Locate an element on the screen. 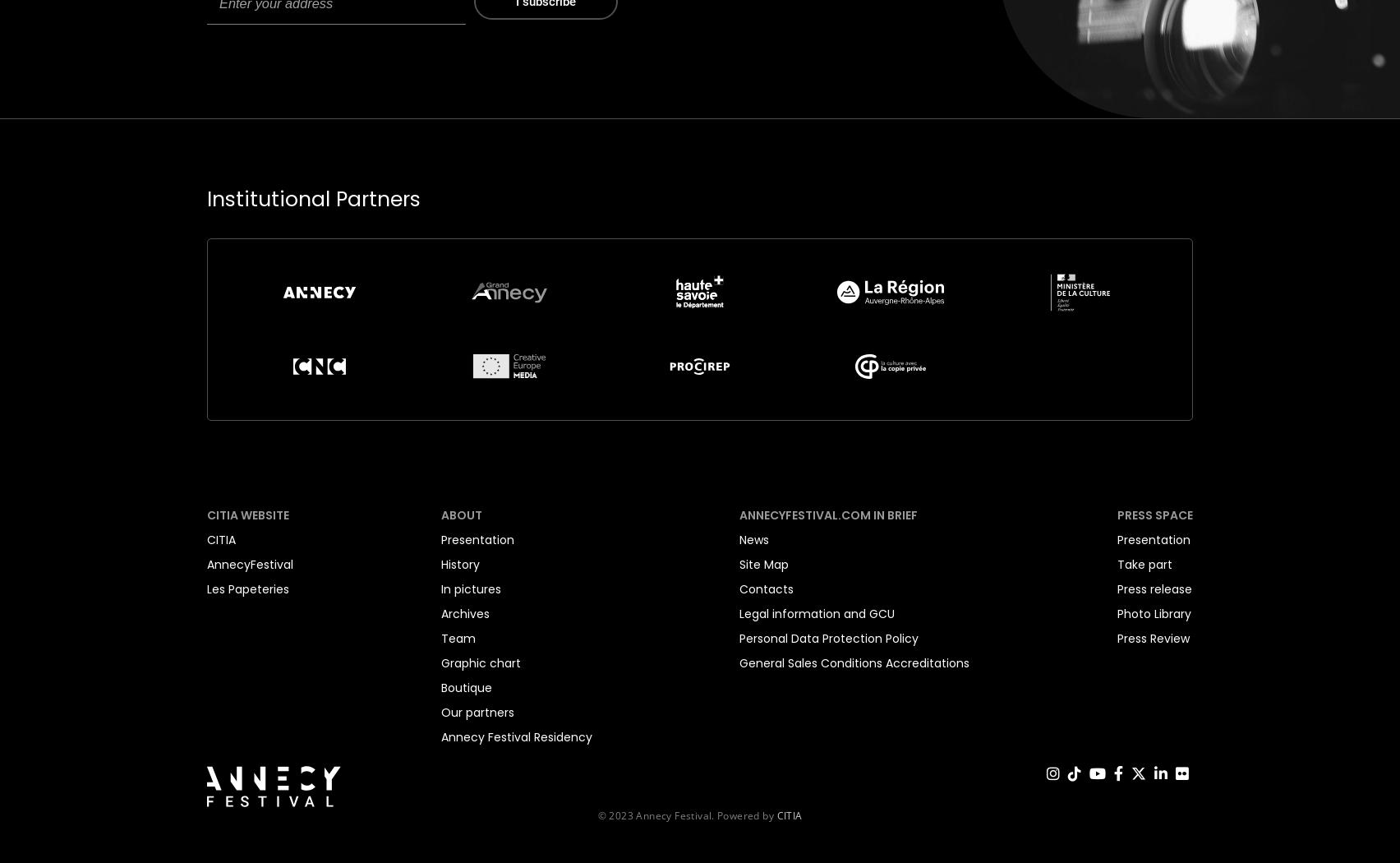 This screenshot has height=863, width=1400. 'Site Map' is located at coordinates (739, 563).